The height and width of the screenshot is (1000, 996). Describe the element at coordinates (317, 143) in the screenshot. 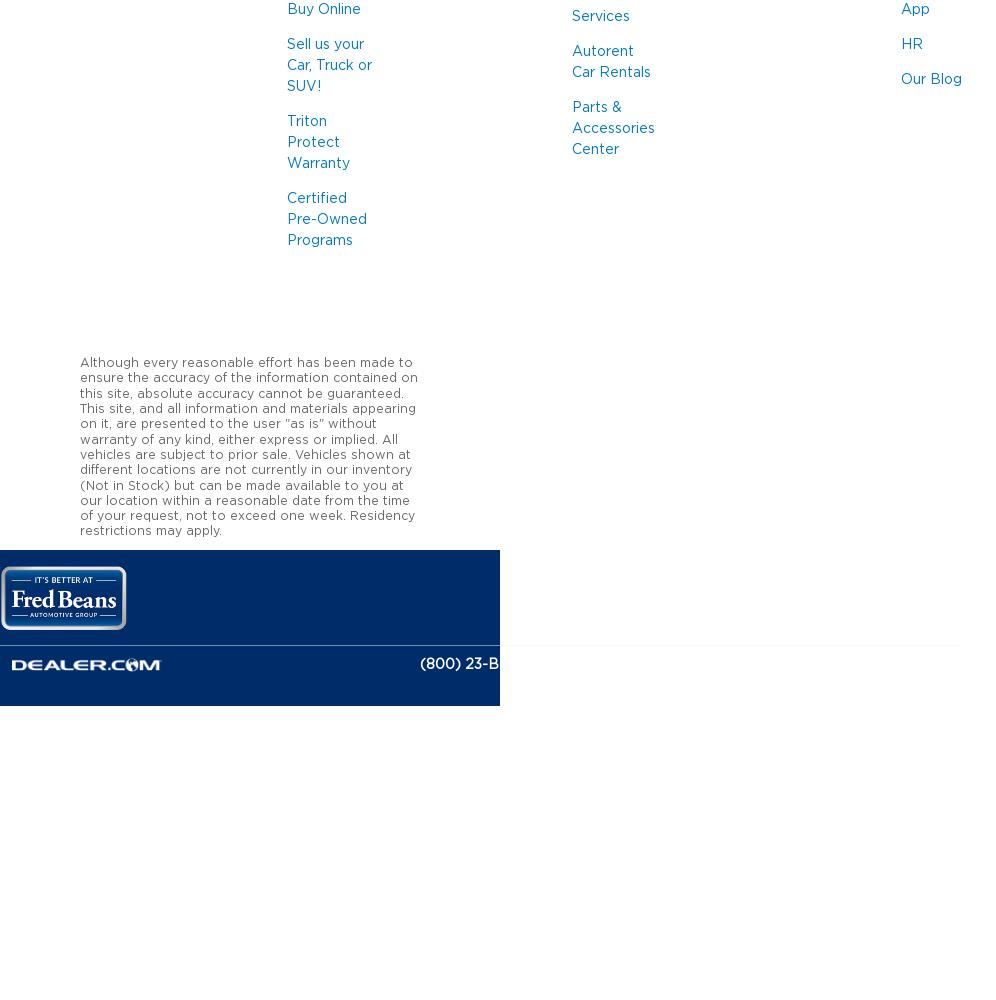

I see `'Triton Protect Warranty'` at that location.